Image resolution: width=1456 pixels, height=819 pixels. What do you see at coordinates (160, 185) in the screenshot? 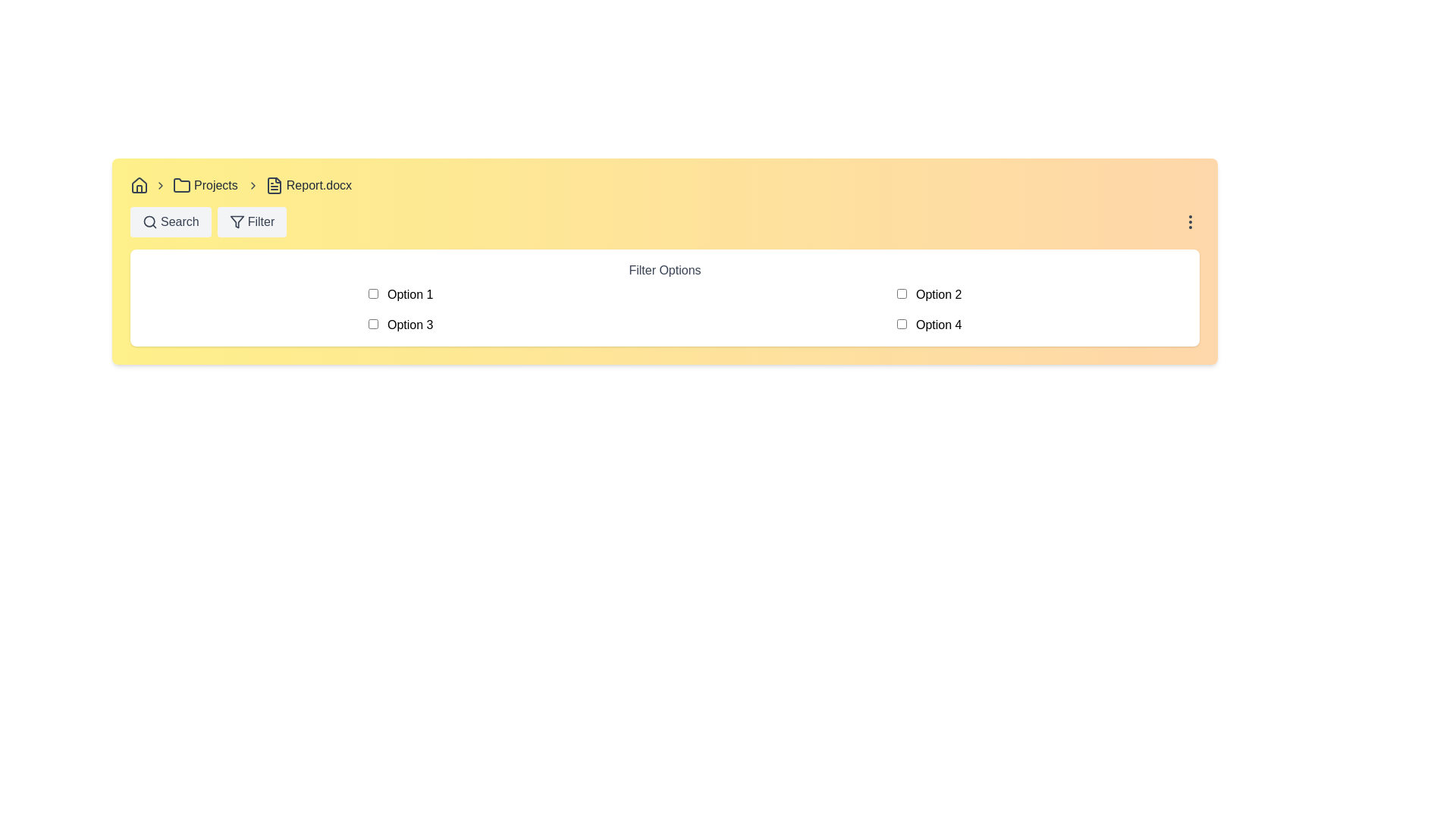
I see `the navigation flow by focusing on the second chevron icon in the breadcrumb navigation, which separates the 'Home' icon from the 'Projects' text label` at bounding box center [160, 185].